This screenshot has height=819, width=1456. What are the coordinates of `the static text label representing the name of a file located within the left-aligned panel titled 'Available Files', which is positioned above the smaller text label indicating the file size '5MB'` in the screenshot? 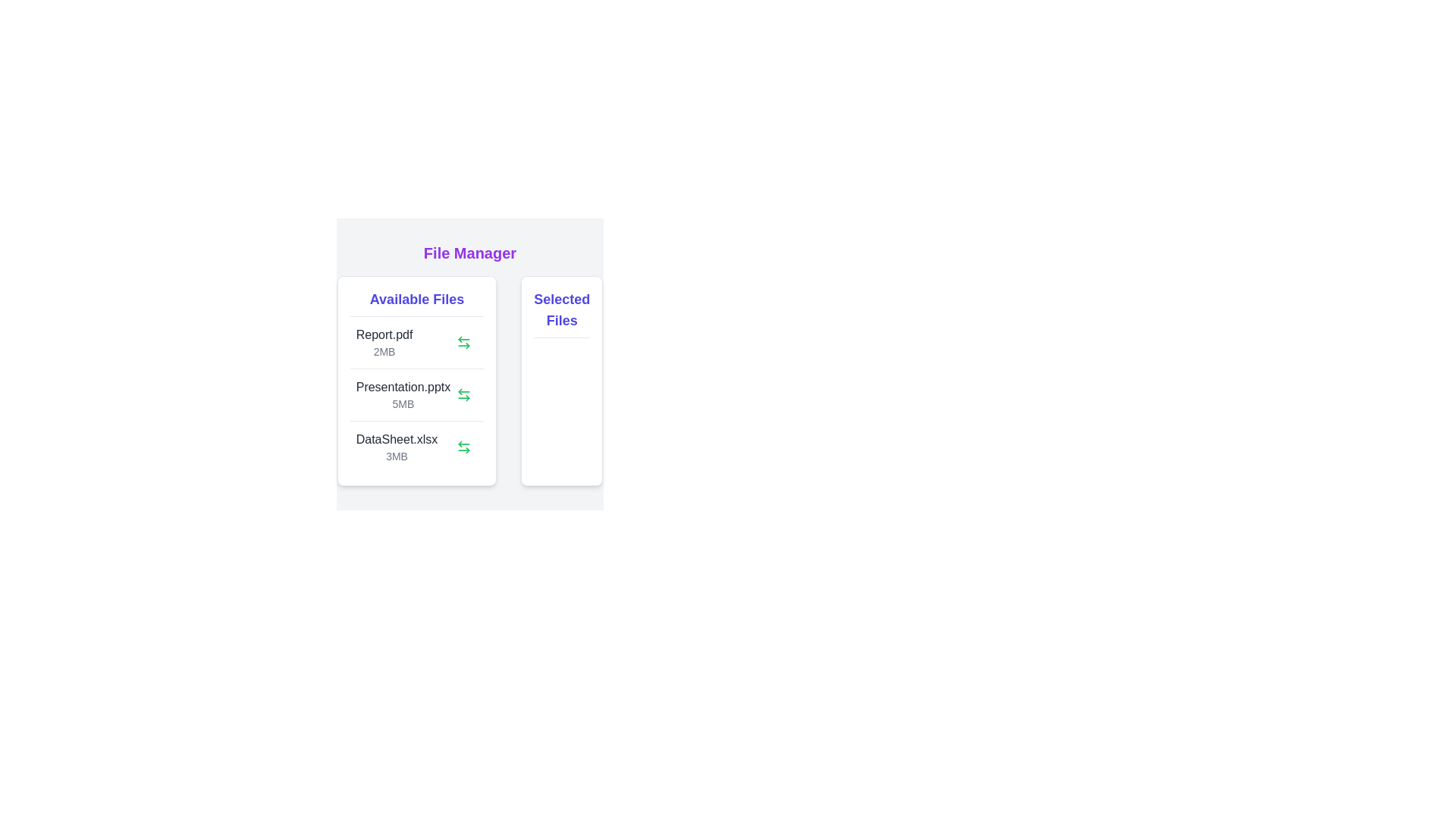 It's located at (403, 386).